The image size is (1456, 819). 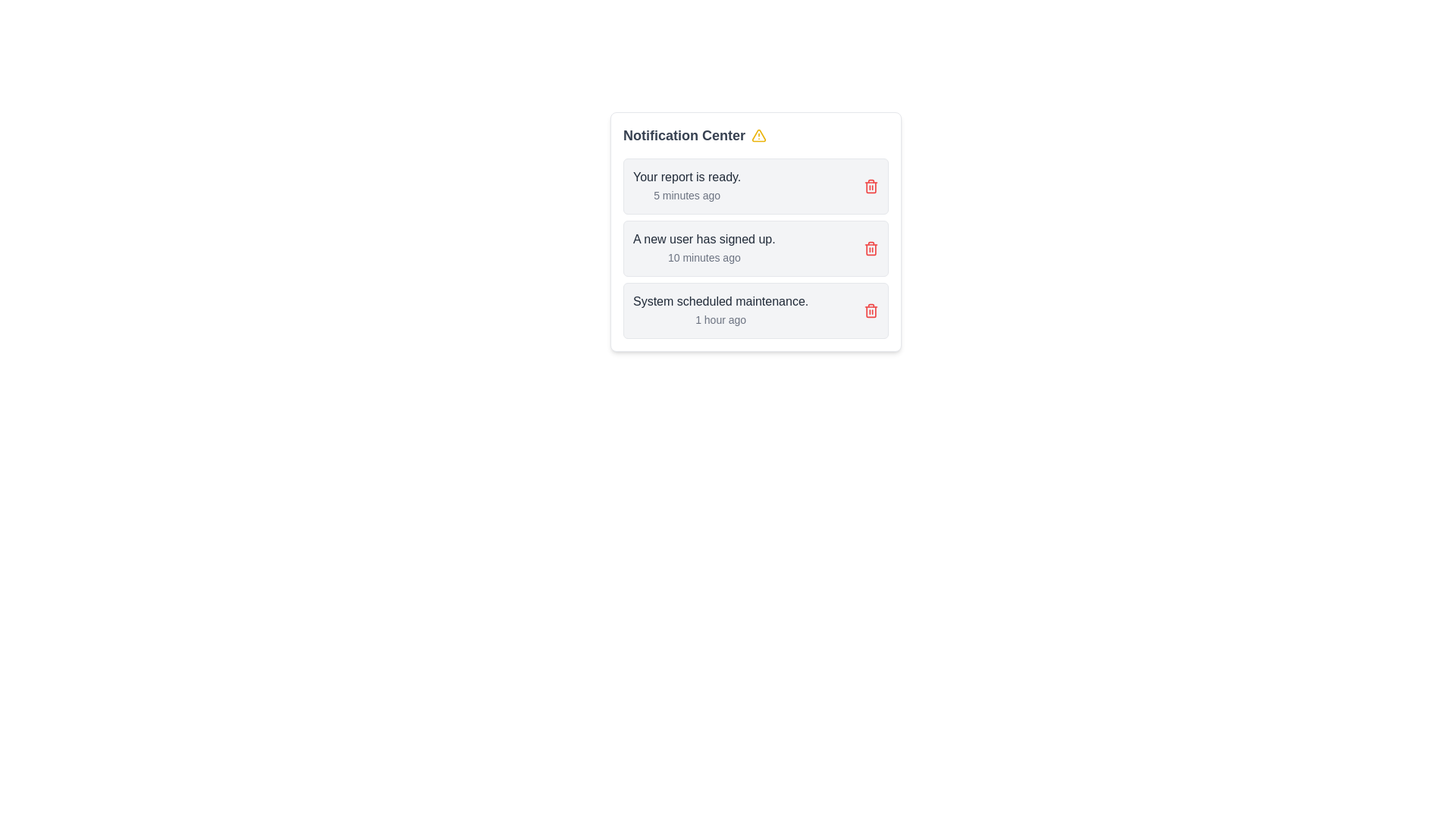 What do you see at coordinates (871, 247) in the screenshot?
I see `the delete button located on the right side of the notification message 'A new user has signed up.'` at bounding box center [871, 247].